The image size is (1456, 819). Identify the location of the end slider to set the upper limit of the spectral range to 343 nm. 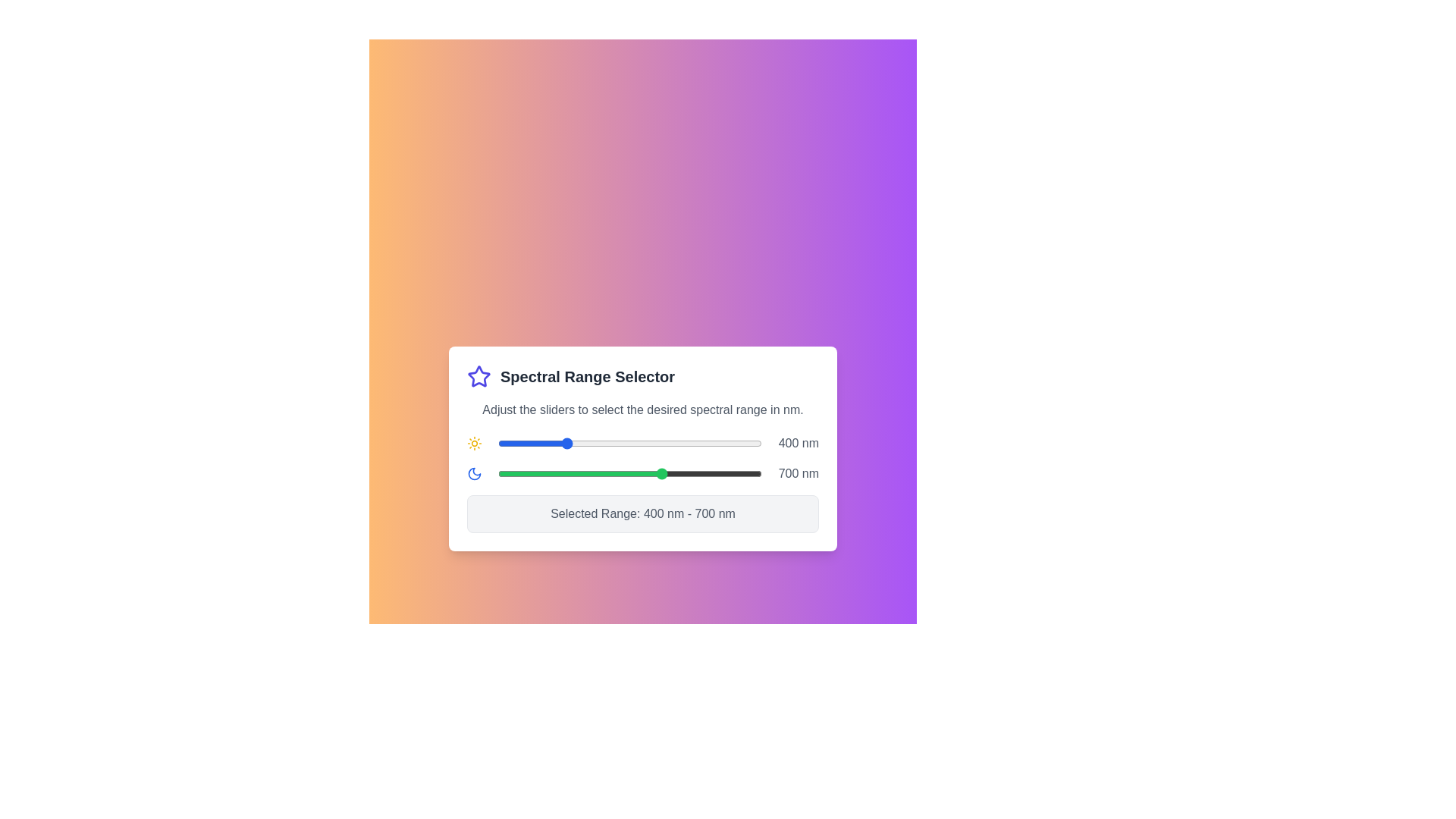
(545, 472).